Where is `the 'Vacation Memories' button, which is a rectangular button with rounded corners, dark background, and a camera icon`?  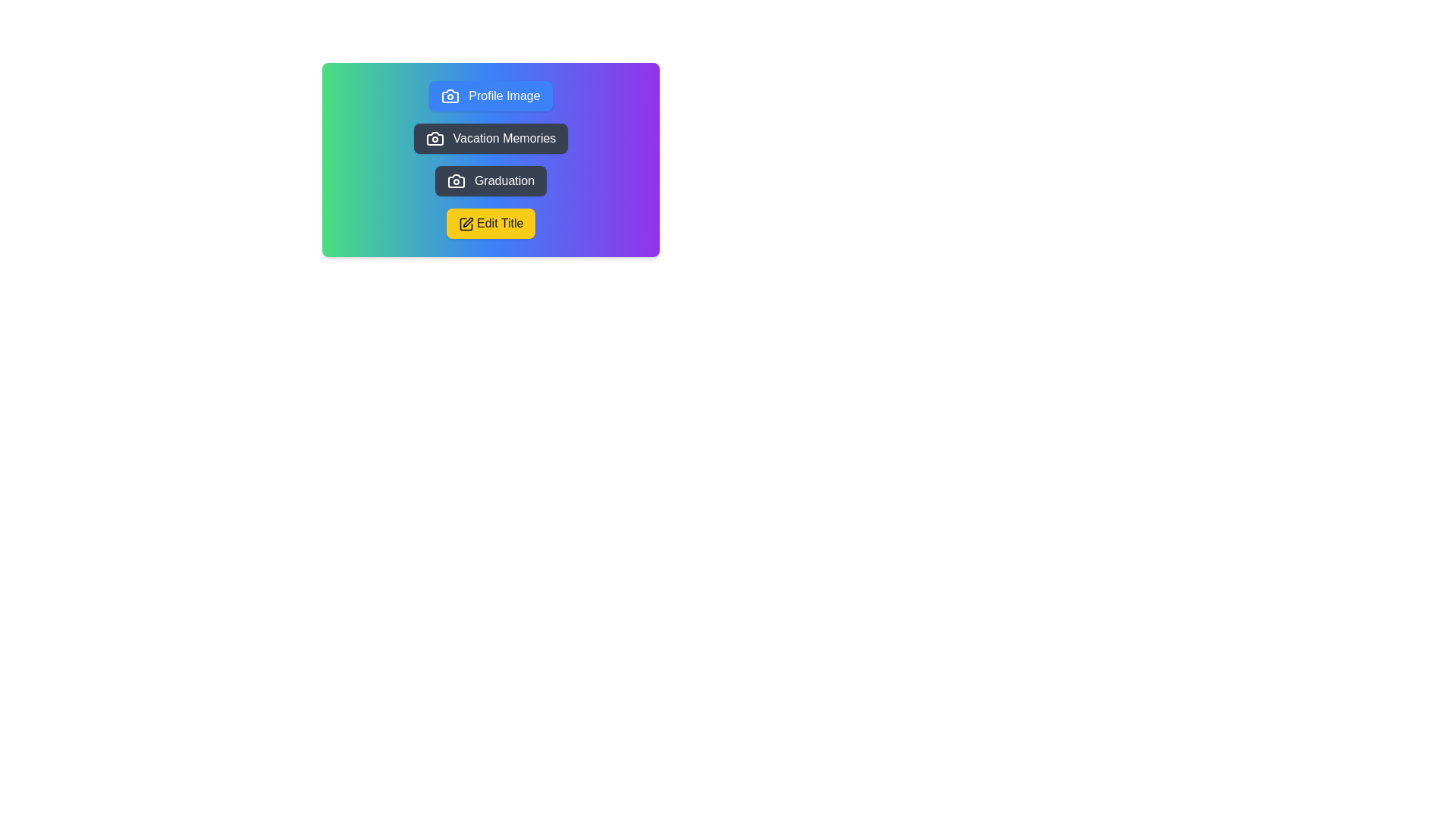
the 'Vacation Memories' button, which is a rectangular button with rounded corners, dark background, and a camera icon is located at coordinates (491, 138).